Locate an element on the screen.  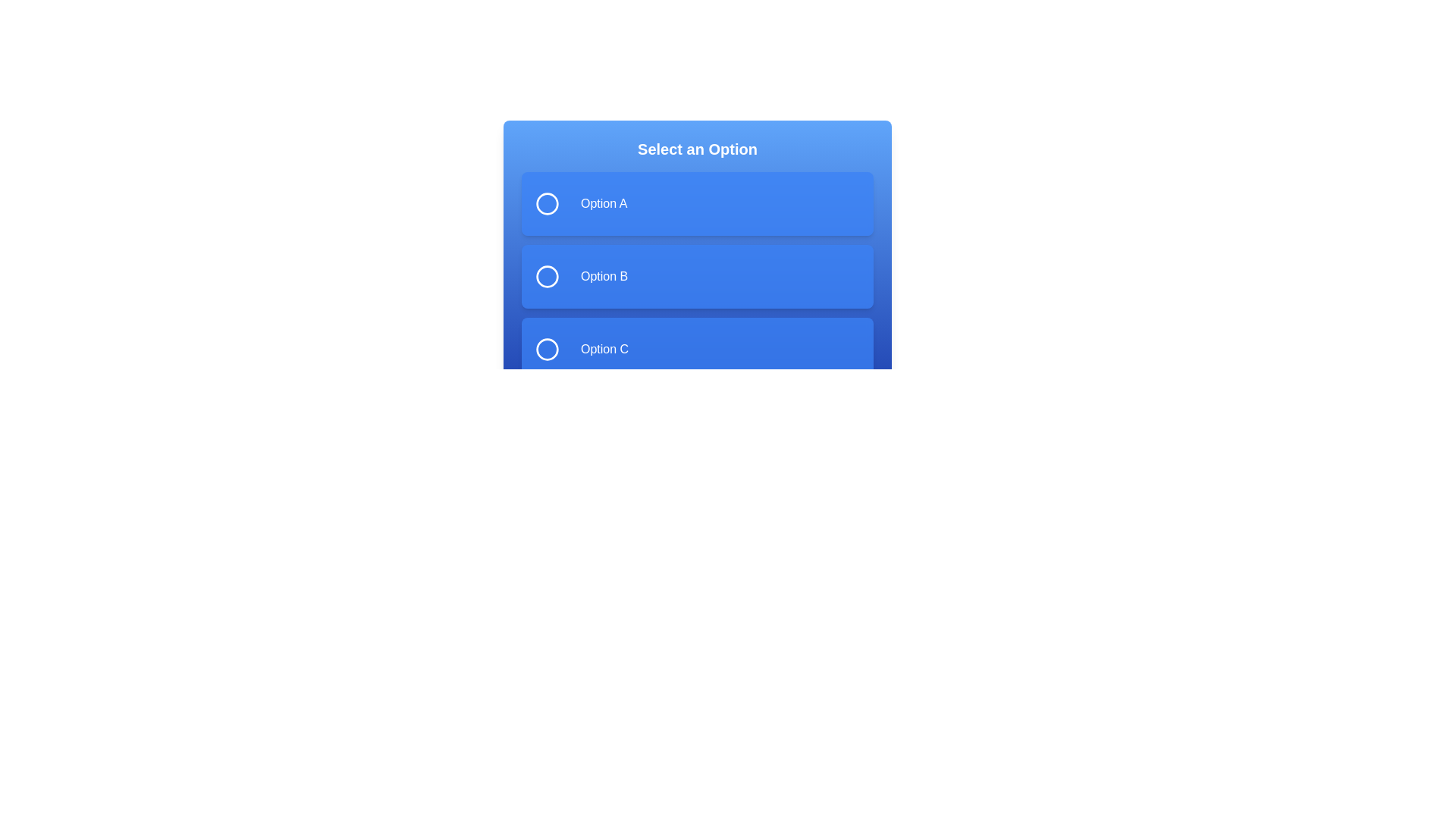
the text label displaying 'Option A' which is located within a blue rectangular block at the specified coordinates is located at coordinates (603, 203).